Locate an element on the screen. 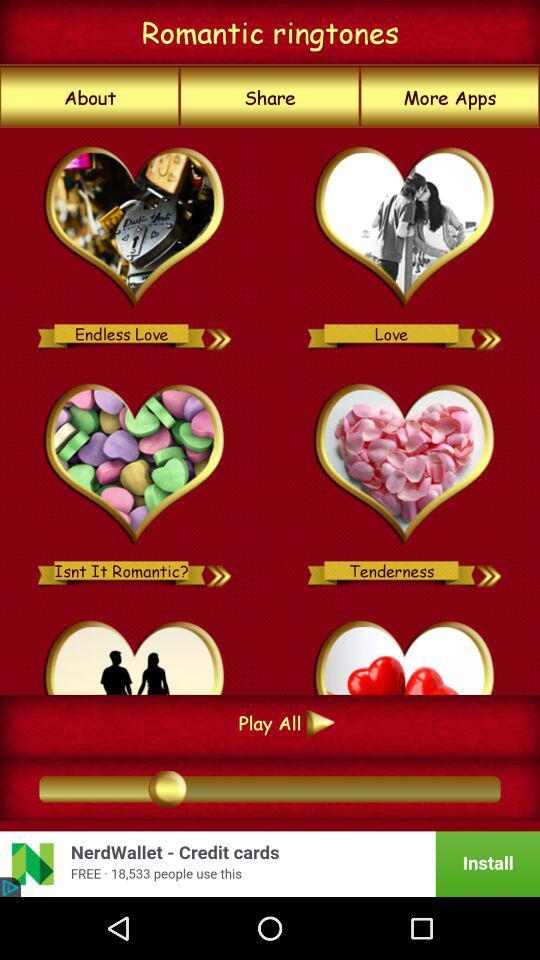 This screenshot has width=540, height=960. option is located at coordinates (135, 465).